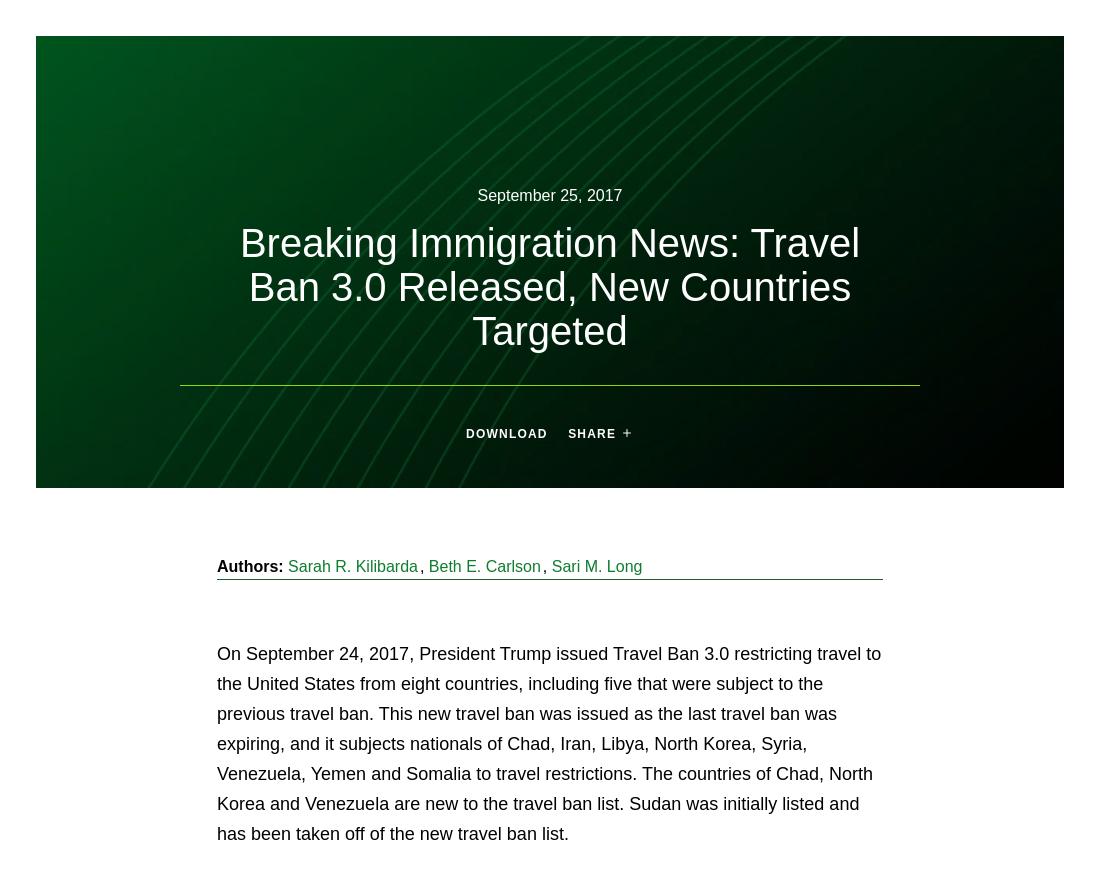 Image resolution: width=1100 pixels, height=879 pixels. What do you see at coordinates (1069, 47) in the screenshot?
I see `'Search'` at bounding box center [1069, 47].